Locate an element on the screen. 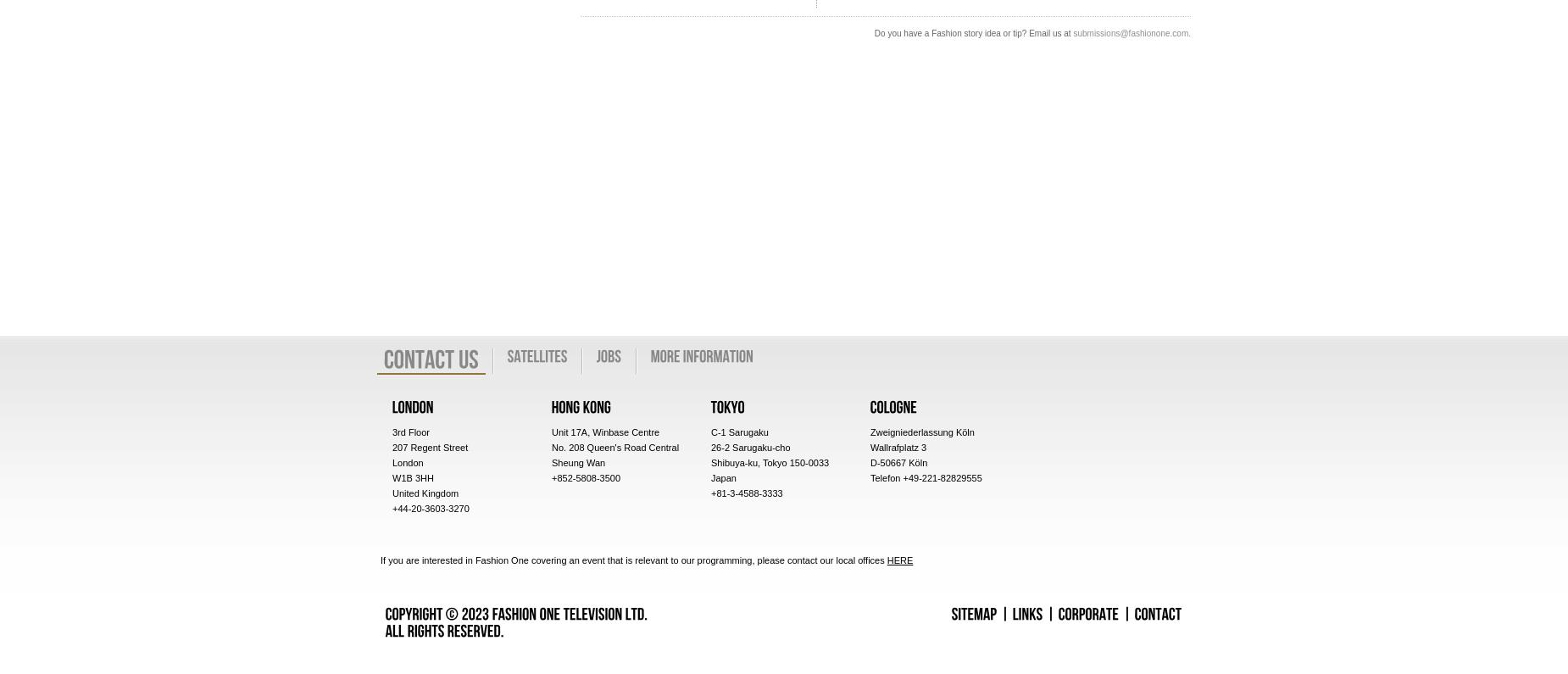  'D-50667 Köln' is located at coordinates (898, 461).